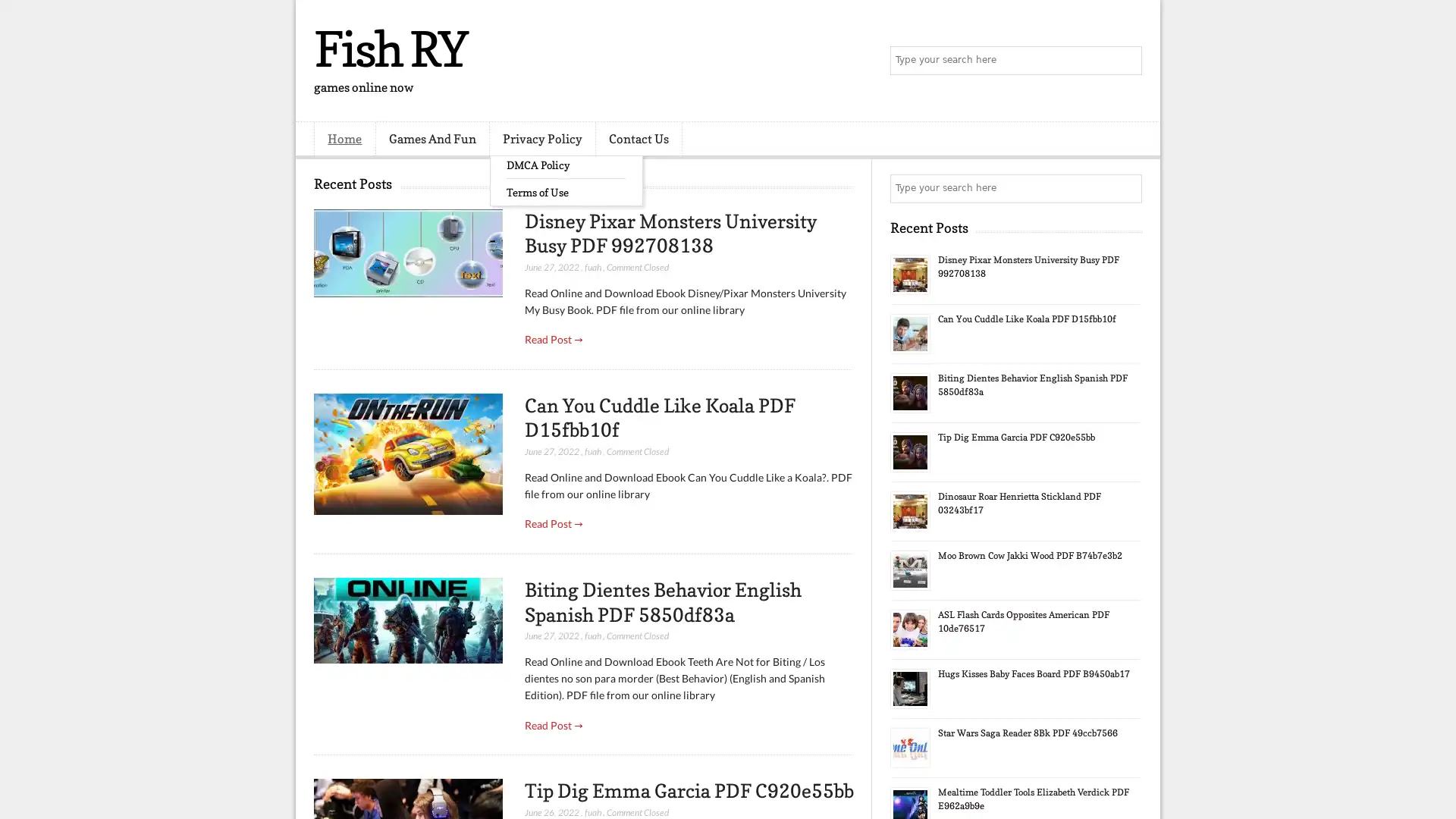  Describe the element at coordinates (1126, 61) in the screenshot. I see `Search` at that location.